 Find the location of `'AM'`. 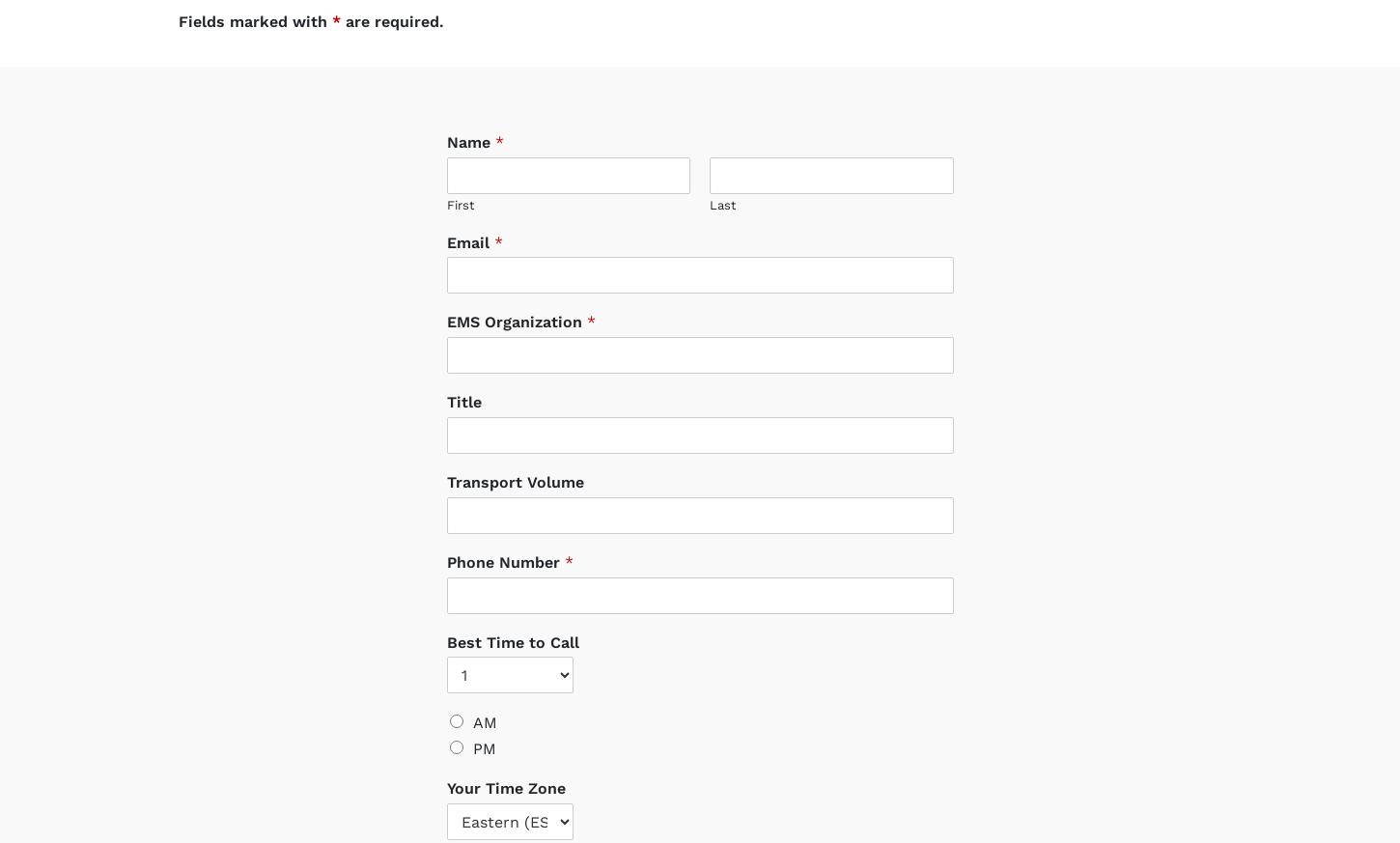

'AM' is located at coordinates (484, 703).